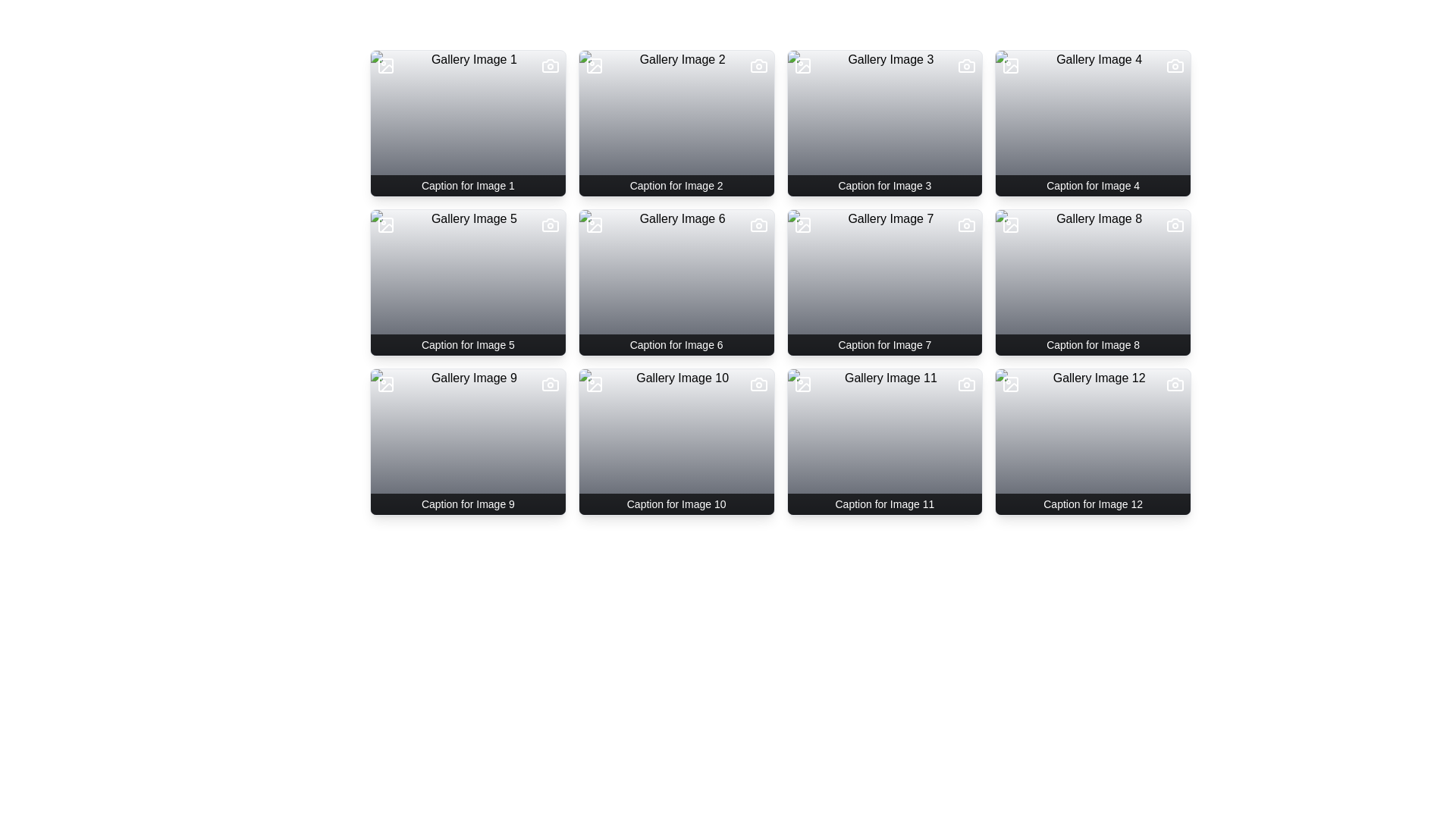  Describe the element at coordinates (467, 122) in the screenshot. I see `the Card element containing an image and caption located at the top-left corner of the grid` at that location.